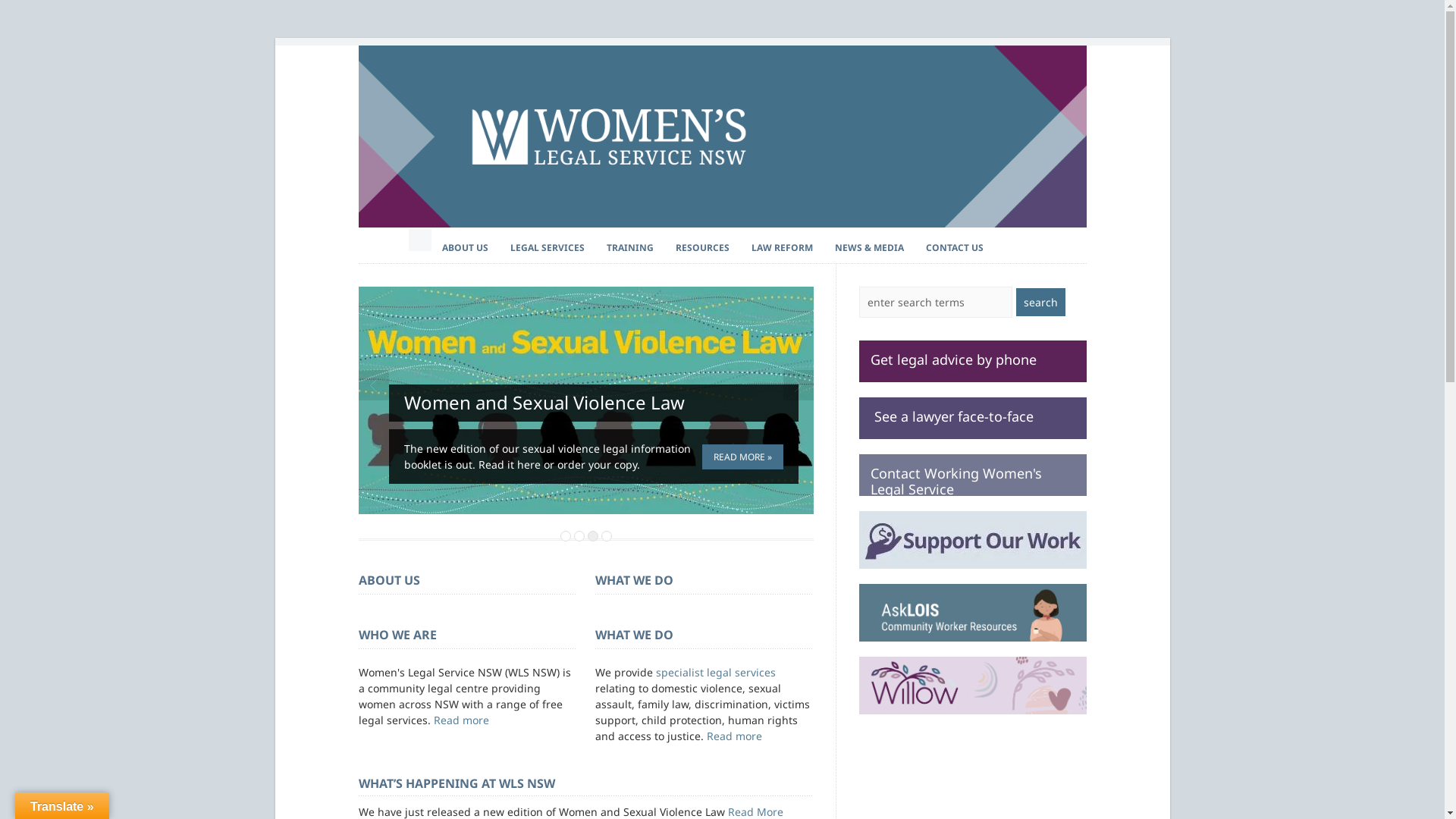 The height and width of the screenshot is (819, 1456). I want to click on 'NEWS & MEDIA', so click(869, 247).